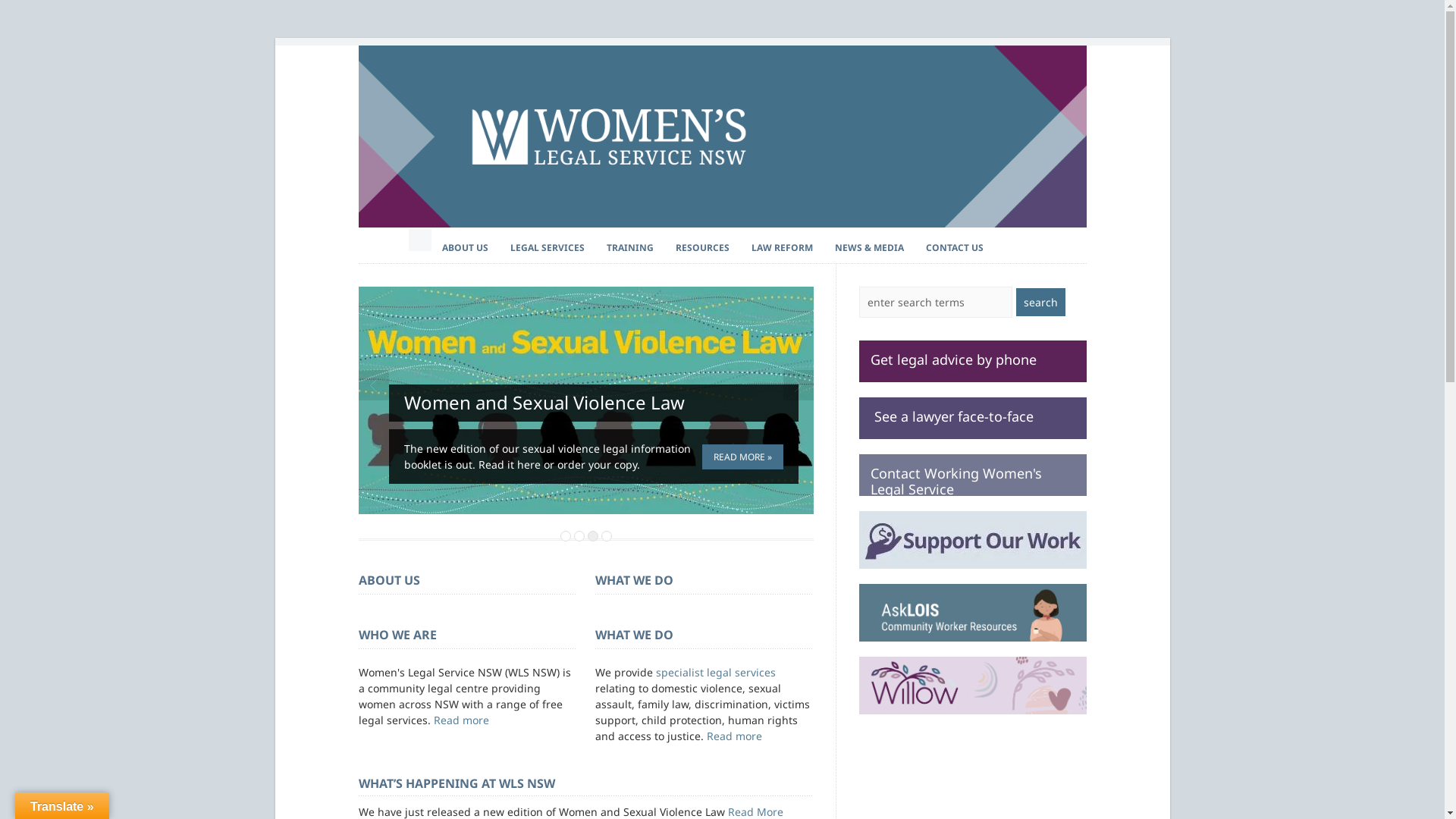 The height and width of the screenshot is (819, 1456). I want to click on 'NEWS & MEDIA', so click(869, 247).